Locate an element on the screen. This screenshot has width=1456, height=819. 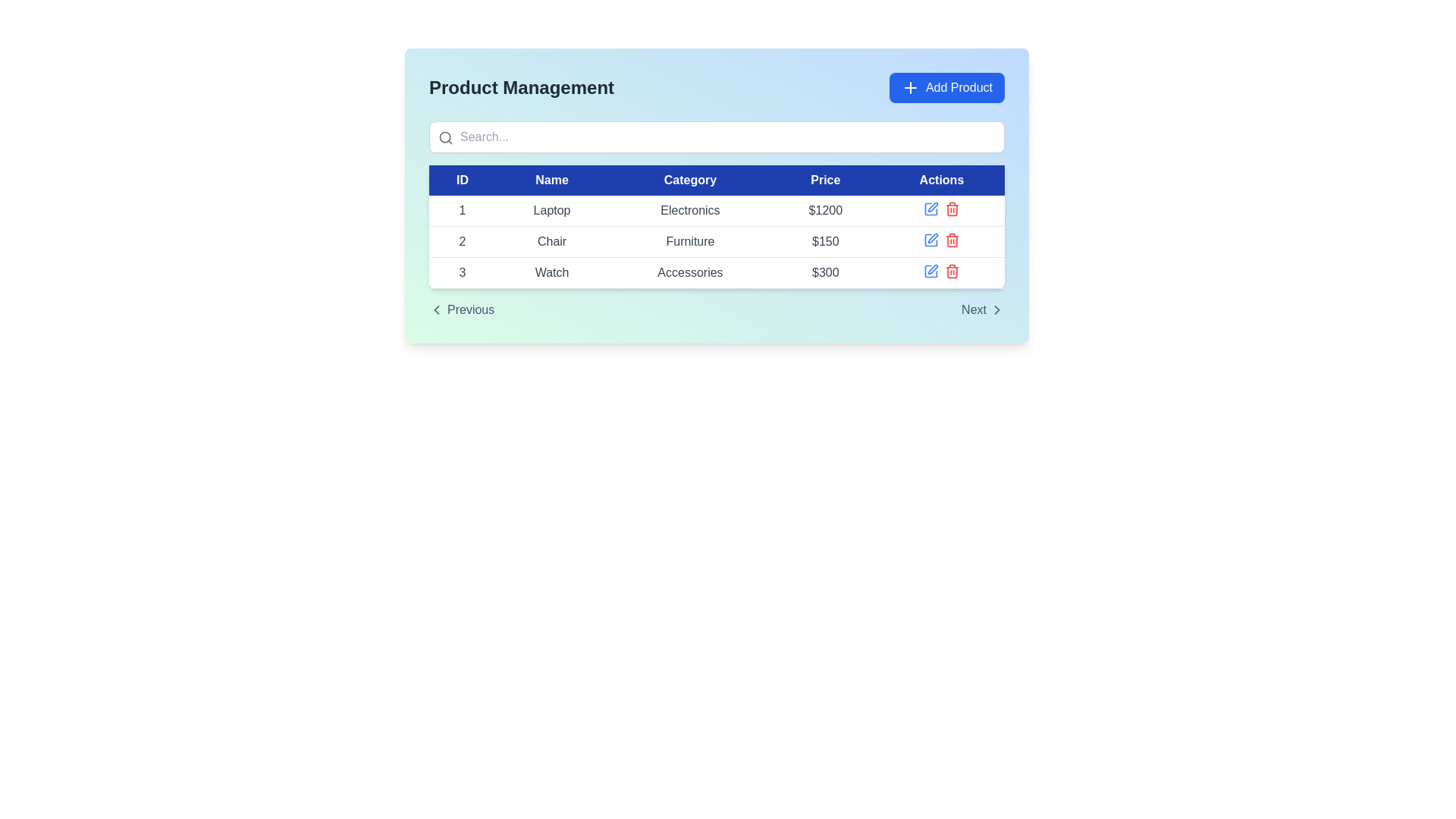
the second Table Header Cell in the header row of the table, which indicates the column for names of items or entities is located at coordinates (551, 180).